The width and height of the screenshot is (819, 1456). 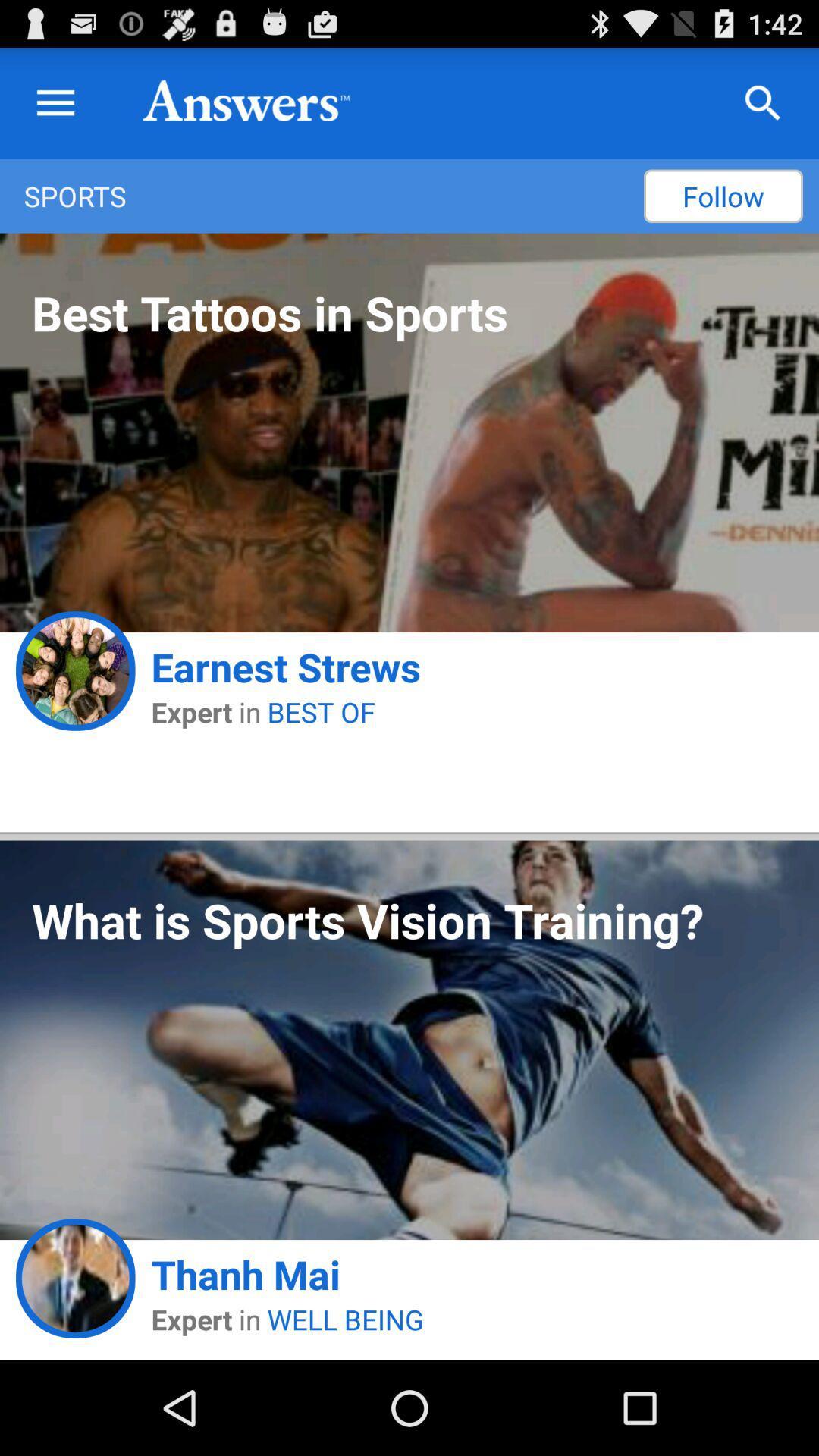 I want to click on the menu icon, so click(x=55, y=110).